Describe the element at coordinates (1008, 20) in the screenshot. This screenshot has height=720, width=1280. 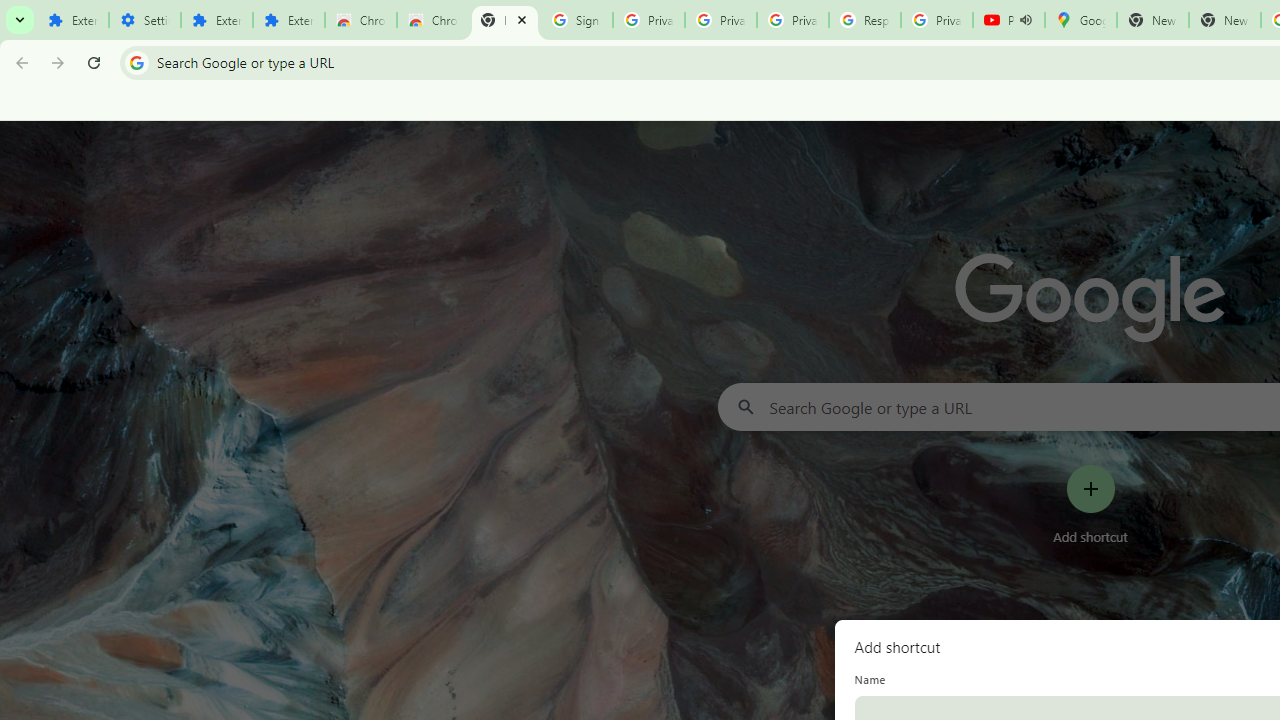
I see `'Personalized AI for you | Gemini - YouTube - Audio playing'` at that location.